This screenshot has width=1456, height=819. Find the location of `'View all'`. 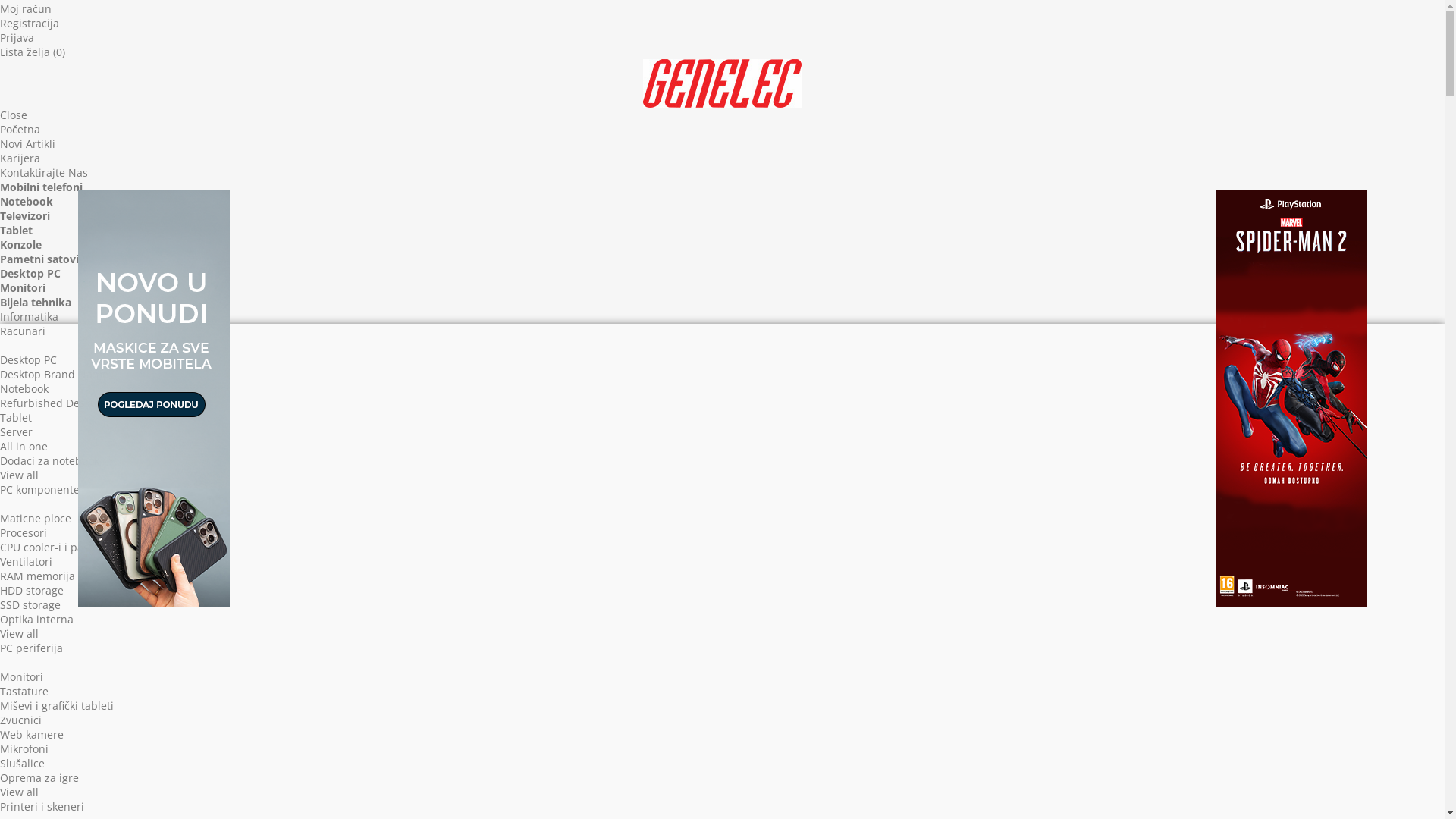

'View all' is located at coordinates (19, 474).